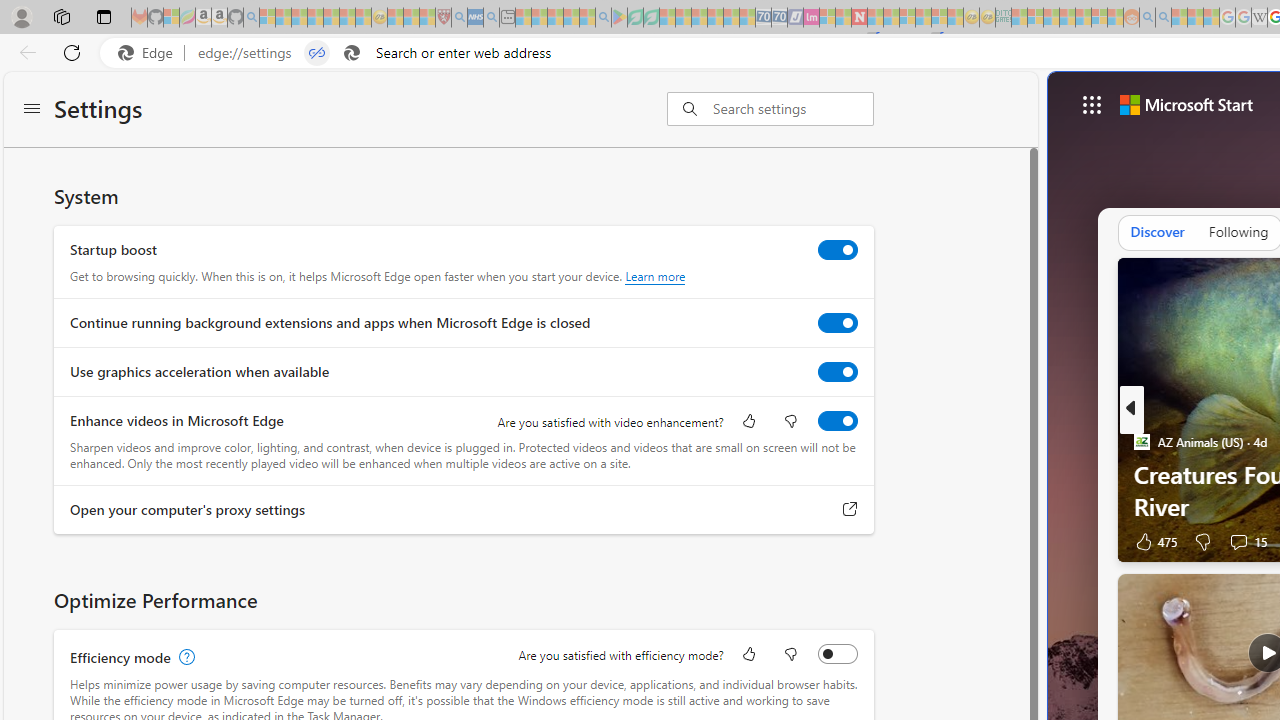  What do you see at coordinates (837, 420) in the screenshot?
I see `'Enhance videos in Microsoft Edge'` at bounding box center [837, 420].